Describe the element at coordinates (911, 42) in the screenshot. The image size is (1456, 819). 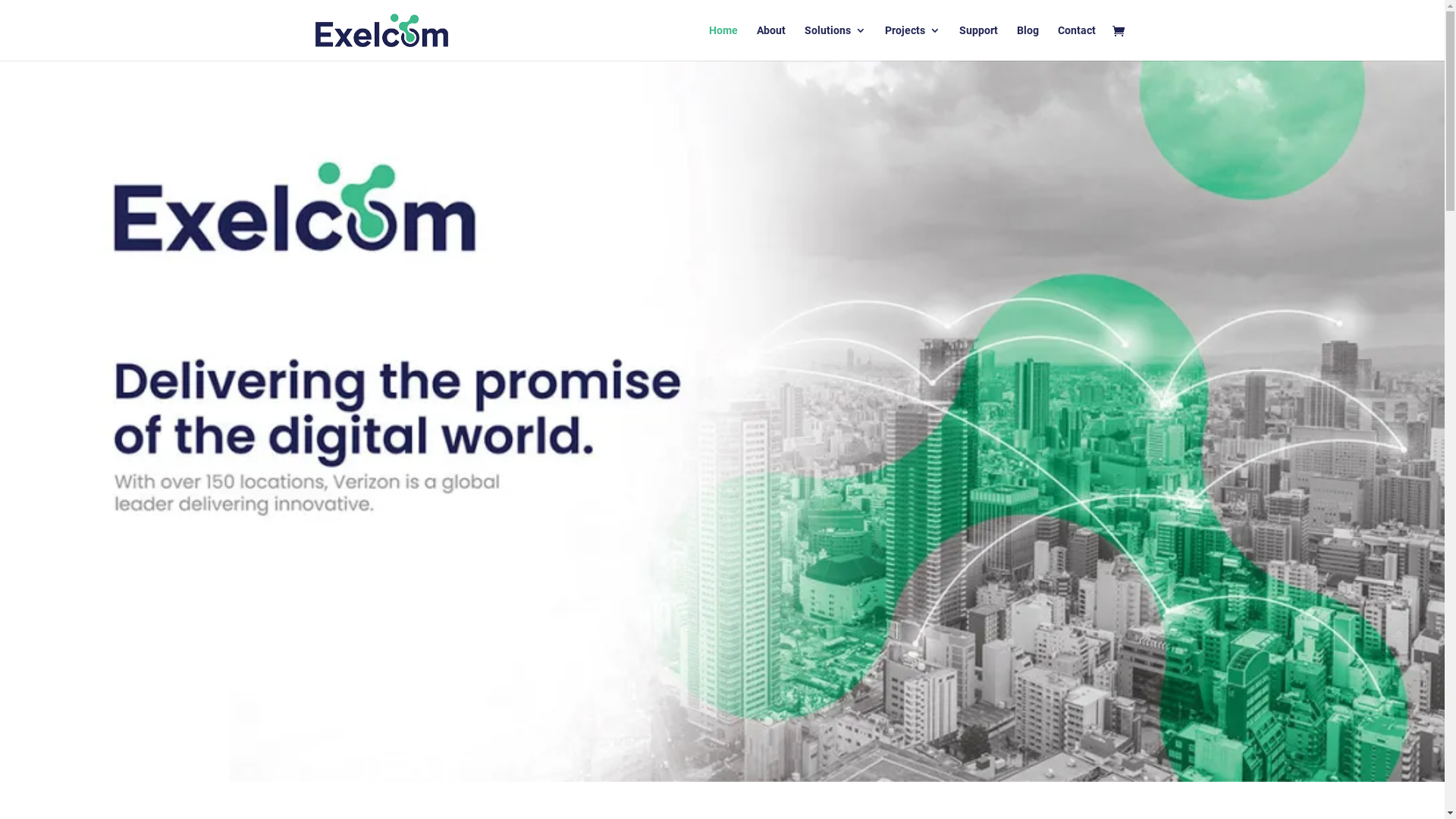
I see `'Projects'` at that location.